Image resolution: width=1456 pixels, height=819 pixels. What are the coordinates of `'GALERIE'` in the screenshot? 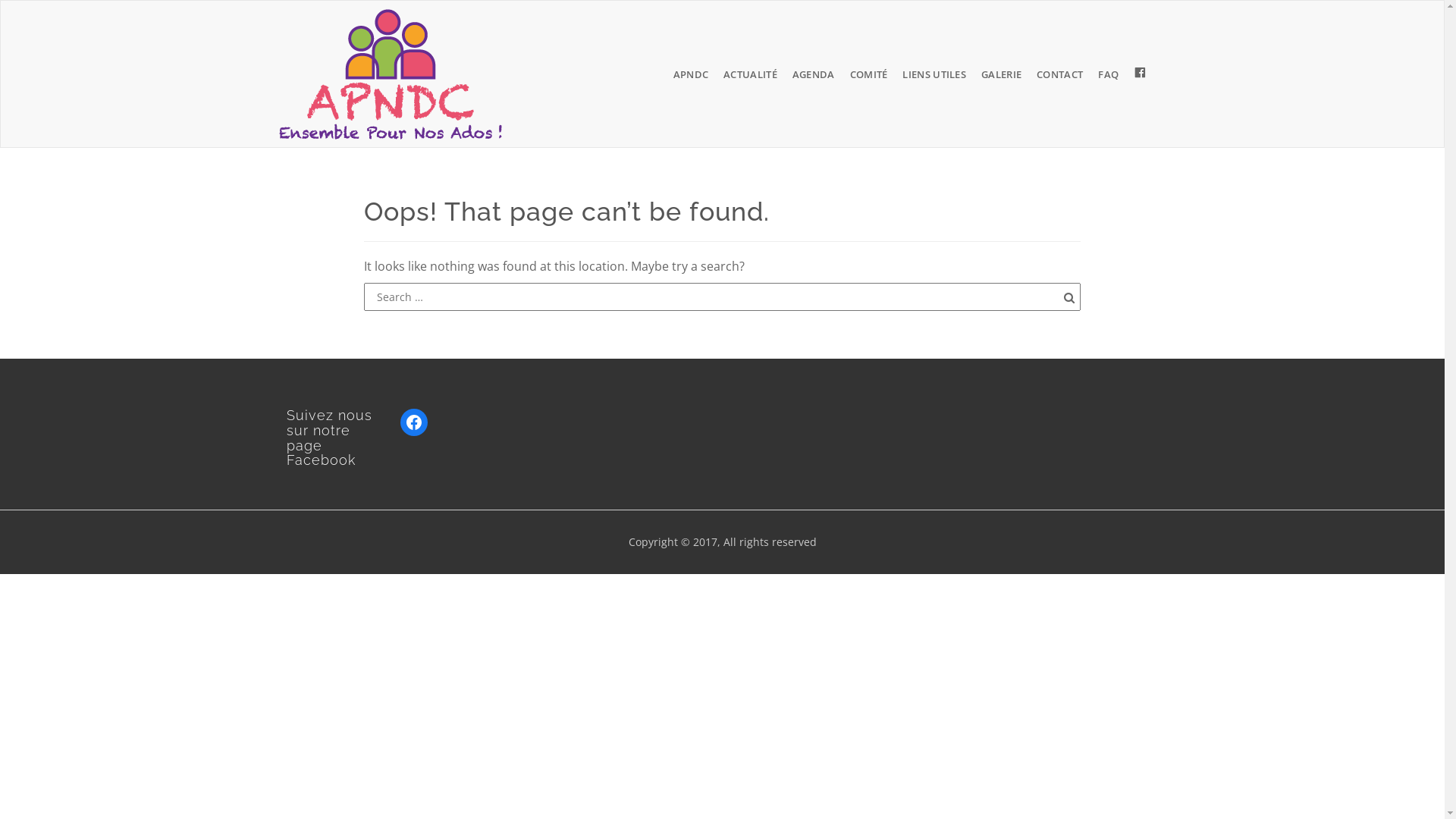 It's located at (1001, 74).